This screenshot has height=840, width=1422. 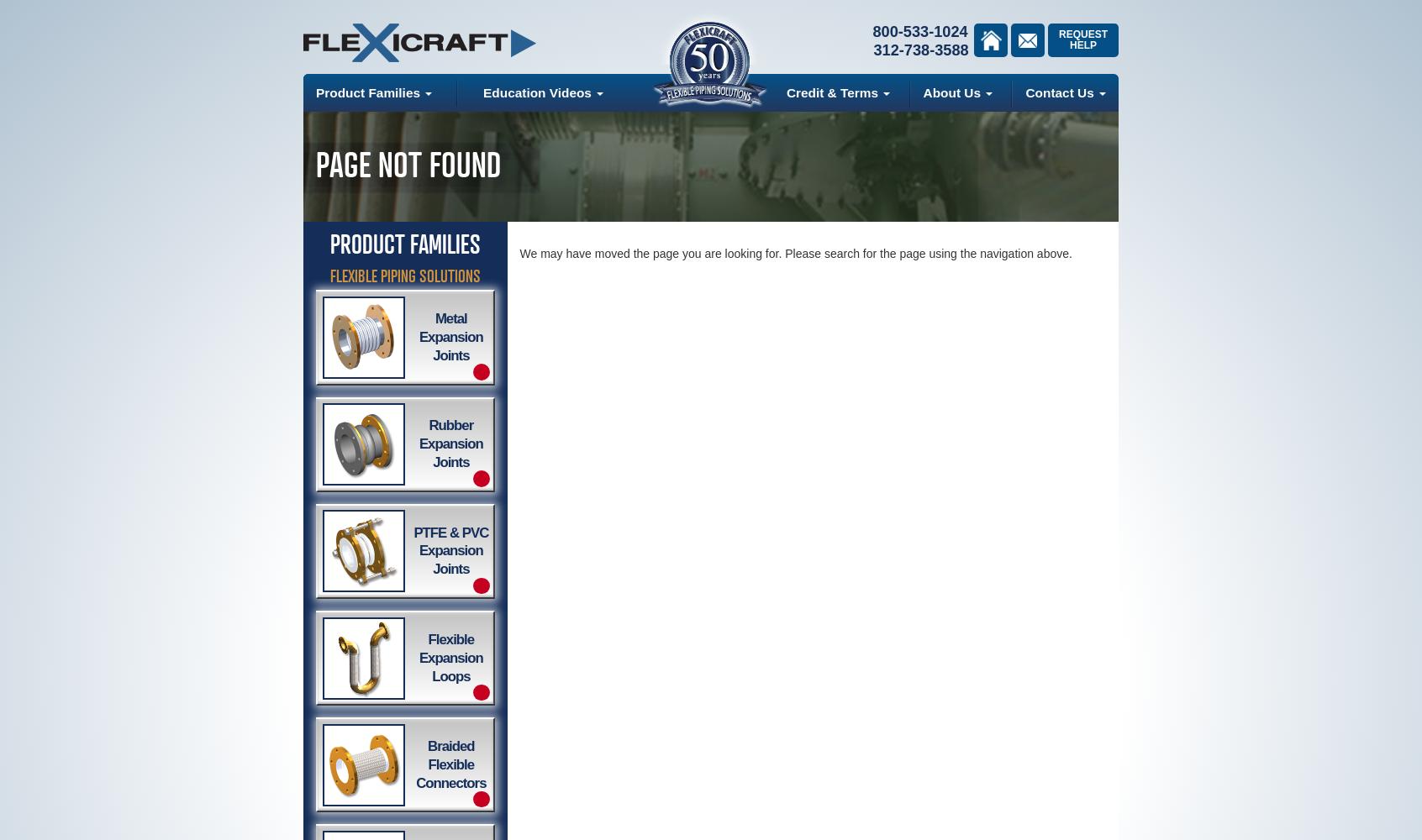 I want to click on 'Metal Expansion Joints', so click(x=450, y=337).